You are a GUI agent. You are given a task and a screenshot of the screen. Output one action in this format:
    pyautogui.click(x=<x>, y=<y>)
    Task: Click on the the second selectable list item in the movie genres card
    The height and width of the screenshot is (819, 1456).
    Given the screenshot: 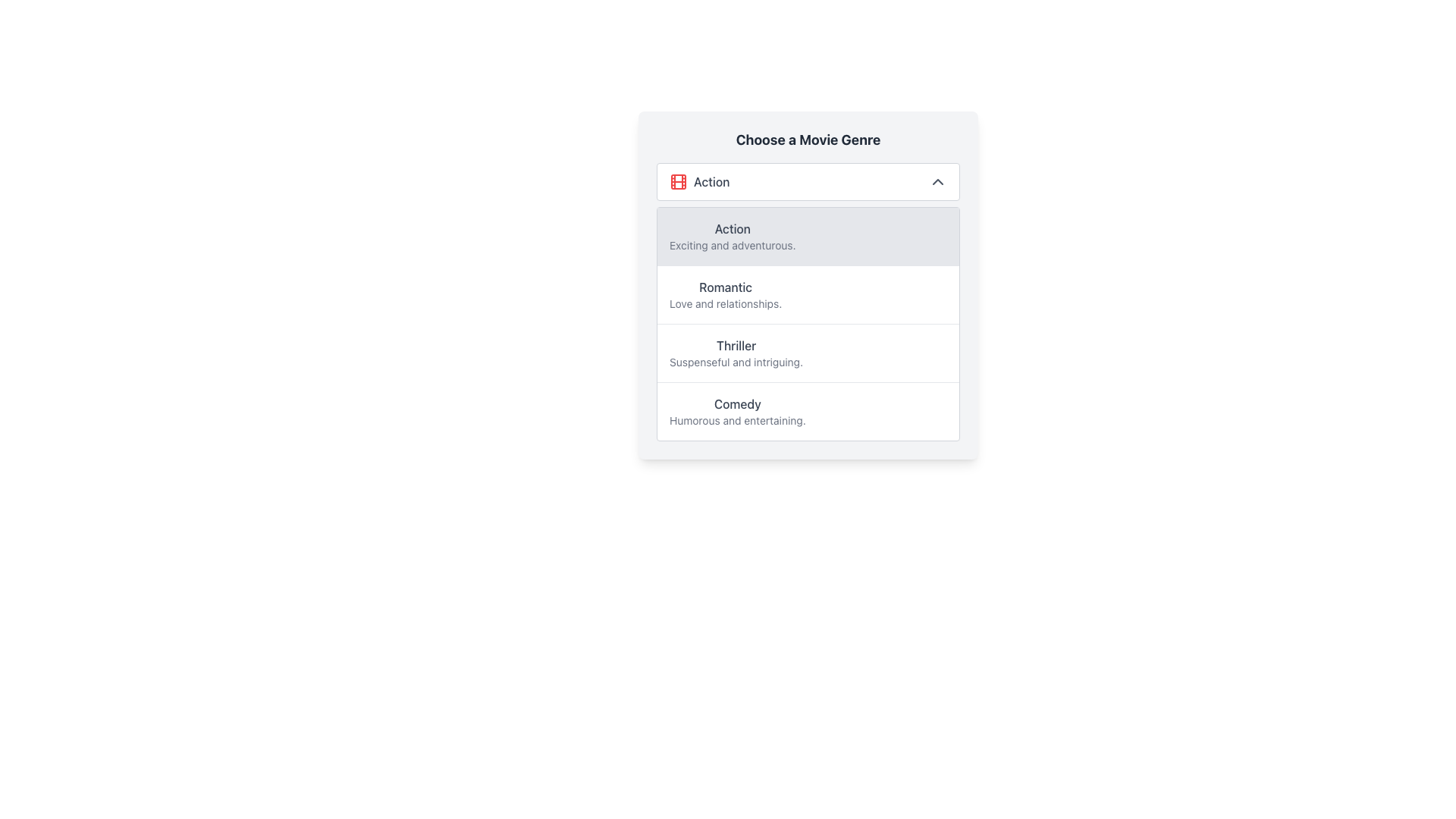 What is the action you would take?
    pyautogui.click(x=807, y=285)
    